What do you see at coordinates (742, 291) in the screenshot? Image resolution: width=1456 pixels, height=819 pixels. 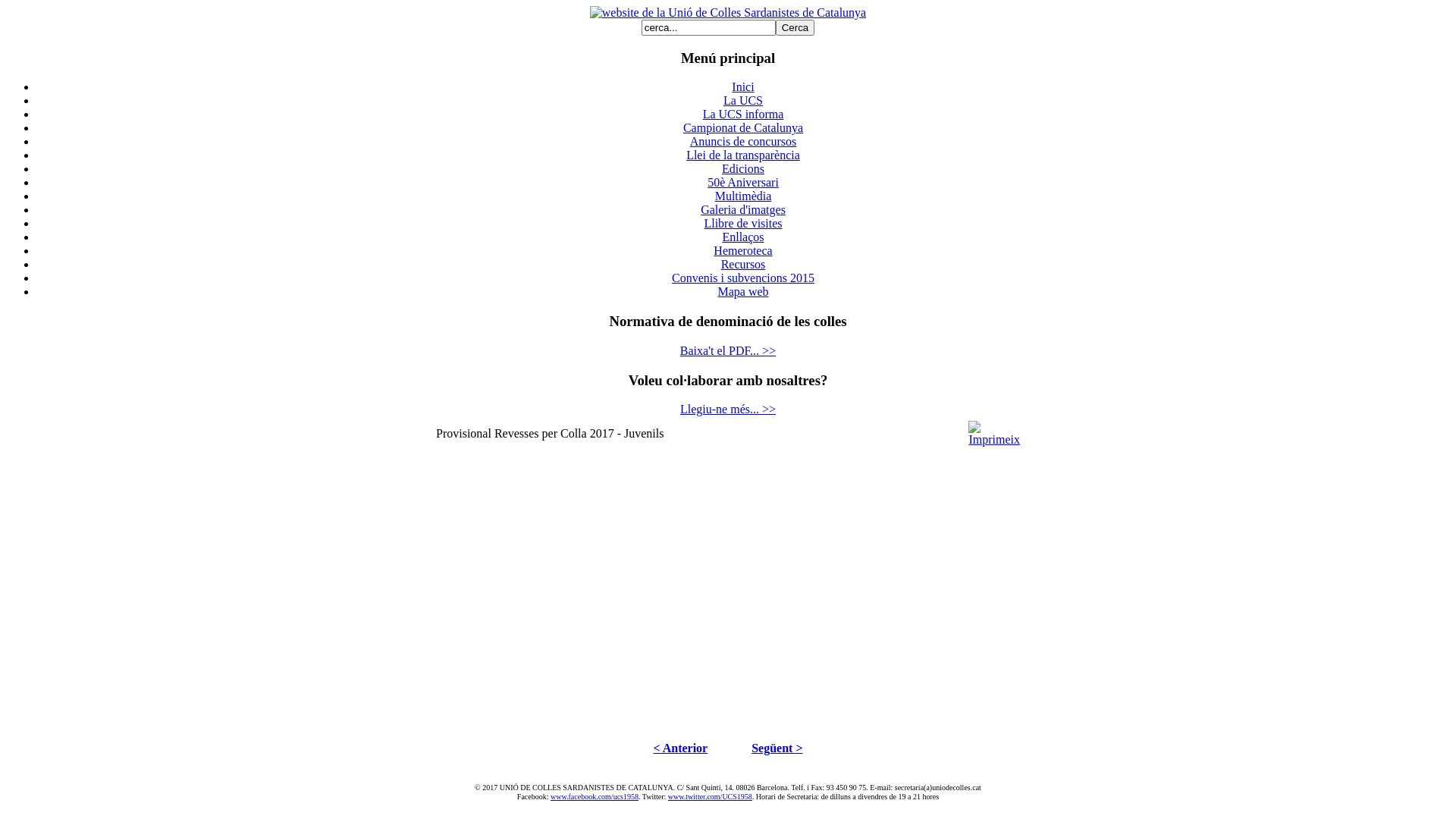 I see `'Mapa web'` at bounding box center [742, 291].